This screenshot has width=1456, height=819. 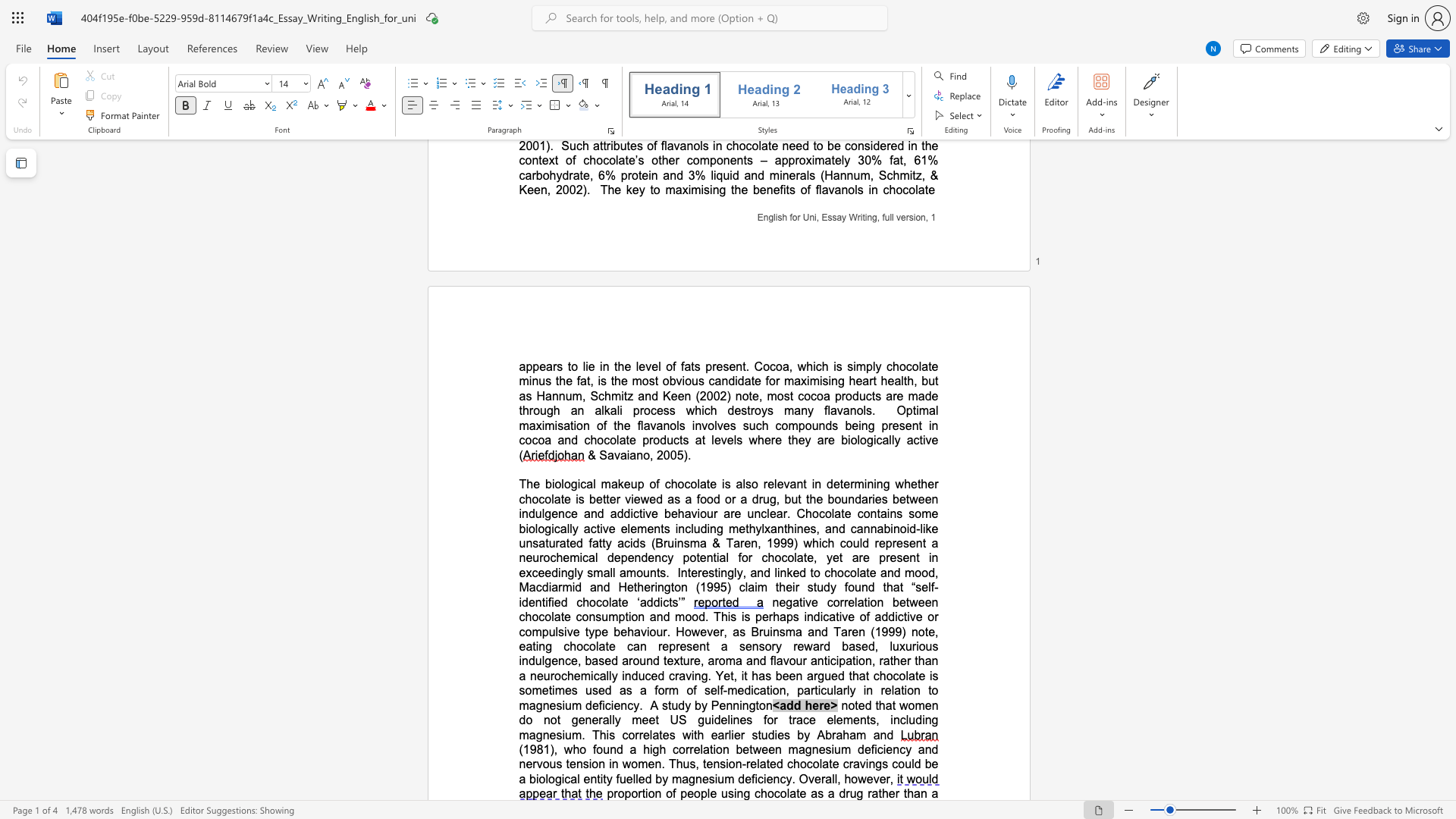 What do you see at coordinates (529, 734) in the screenshot?
I see `the subset text "agnesium. This correlates with earlier studies by A" within the text "US guidelines for trace elements, including magnesium. This correlates with earlier studies by Abraham and"` at bounding box center [529, 734].